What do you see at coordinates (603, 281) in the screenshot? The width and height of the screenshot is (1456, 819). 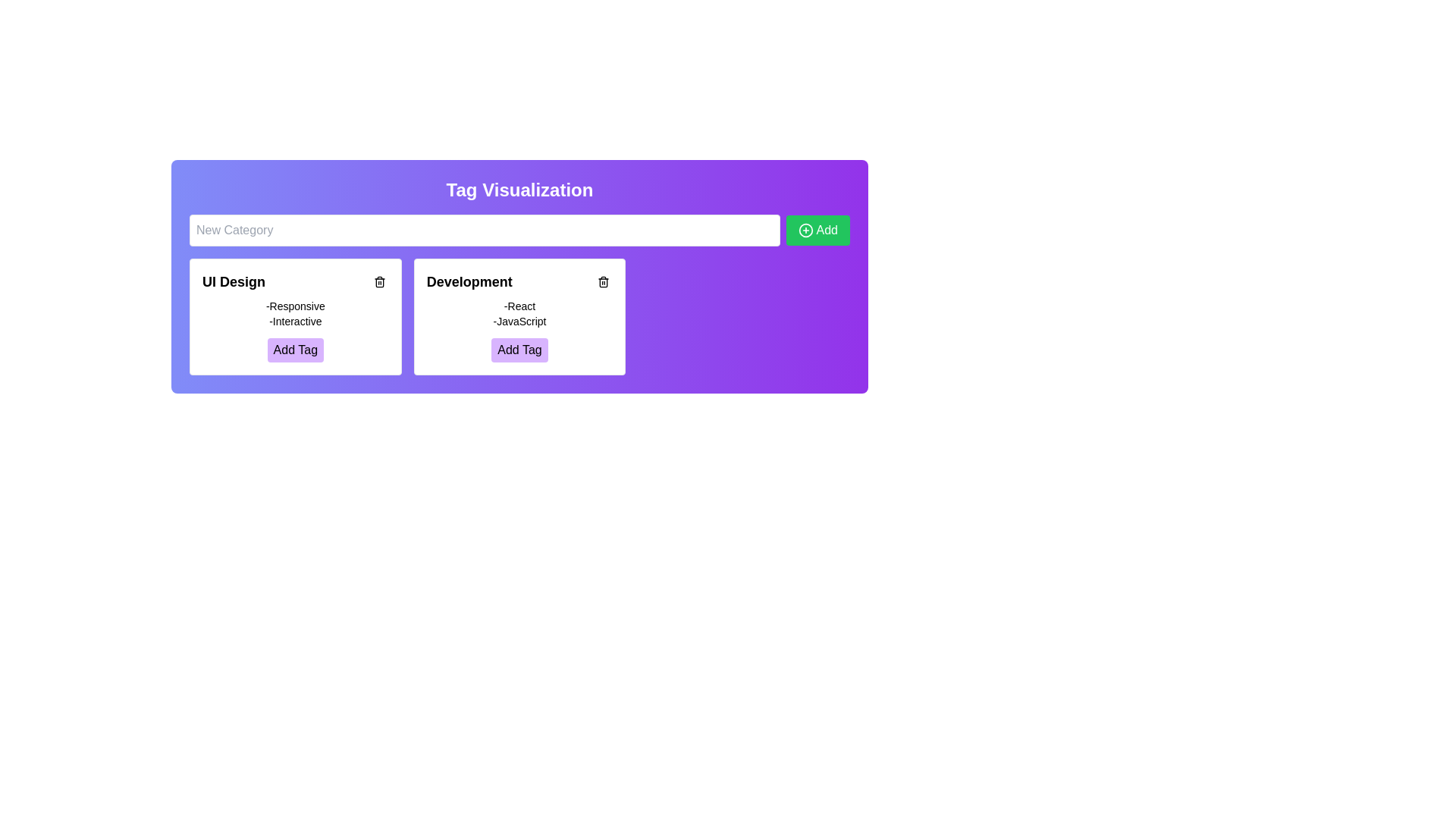 I see `the small trash bin icon button located in the top-right corner of the 'Development' section card` at bounding box center [603, 281].